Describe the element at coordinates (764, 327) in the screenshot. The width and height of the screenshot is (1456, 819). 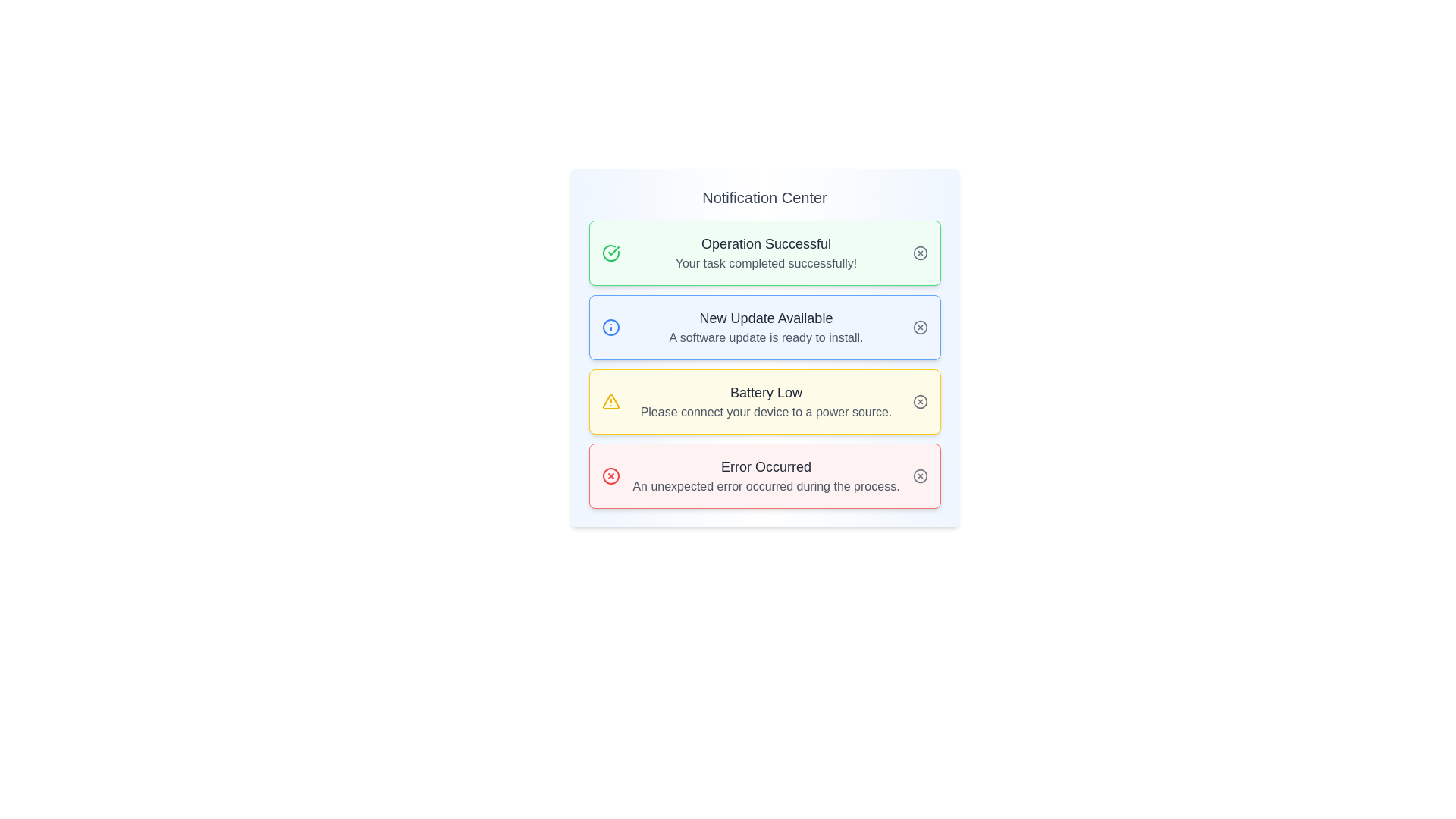
I see `the second notification message box in the 'Notification Center' panel` at that location.